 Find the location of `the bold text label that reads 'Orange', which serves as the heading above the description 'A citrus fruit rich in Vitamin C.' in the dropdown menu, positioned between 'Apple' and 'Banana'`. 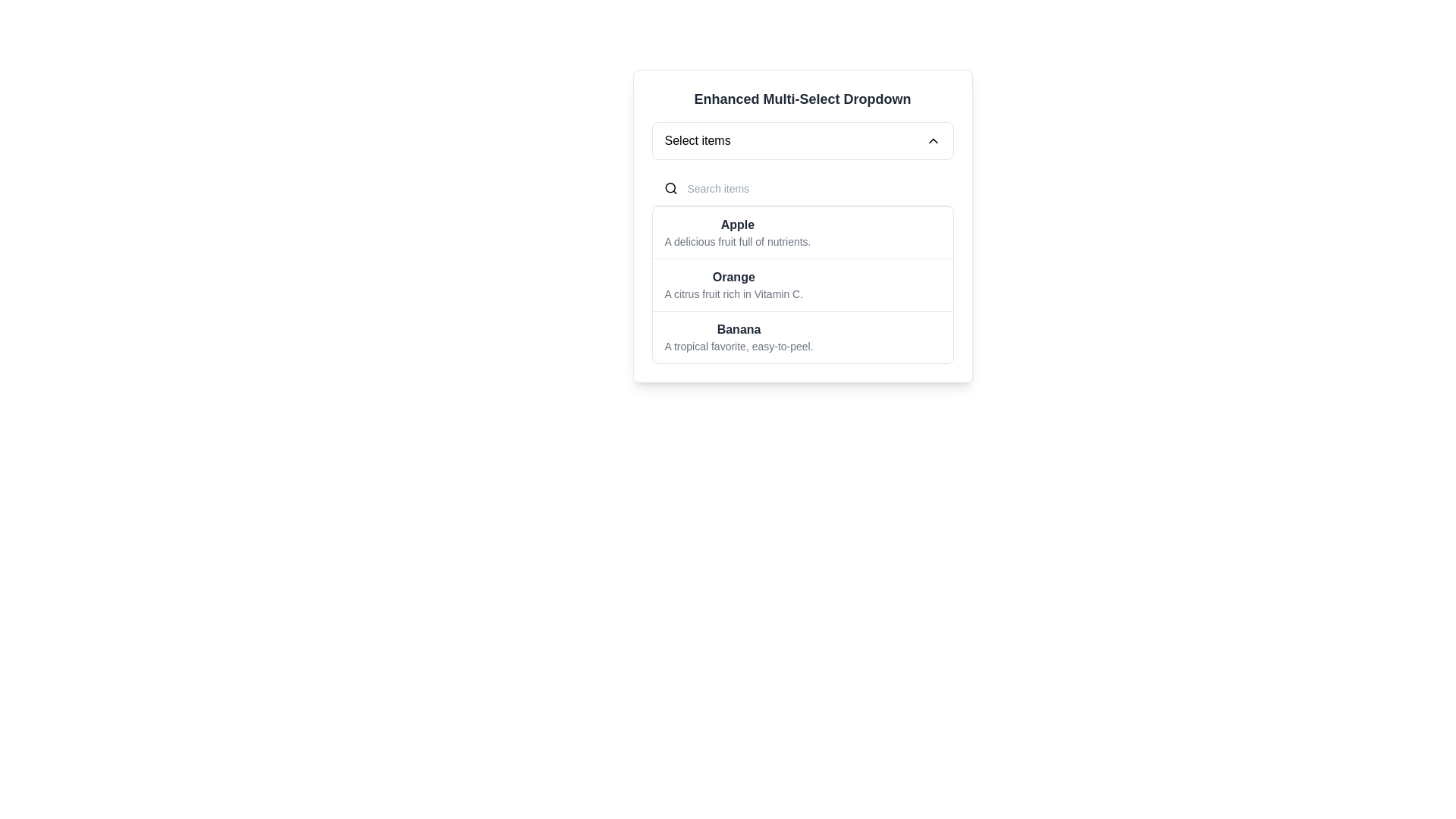

the bold text label that reads 'Orange', which serves as the heading above the description 'A citrus fruit rich in Vitamin C.' in the dropdown menu, positioned between 'Apple' and 'Banana' is located at coordinates (733, 278).